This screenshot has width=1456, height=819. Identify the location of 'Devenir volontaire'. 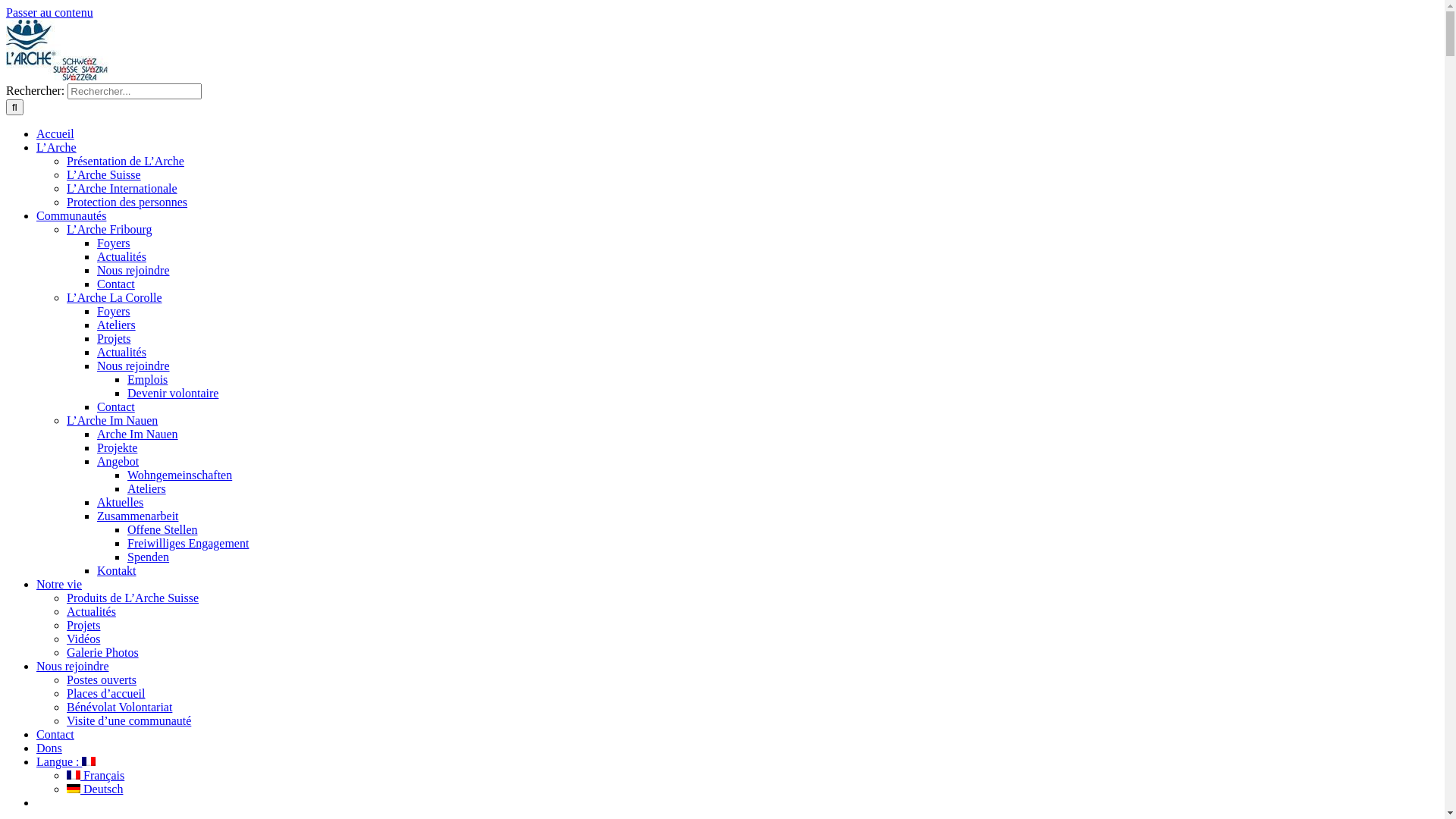
(172, 392).